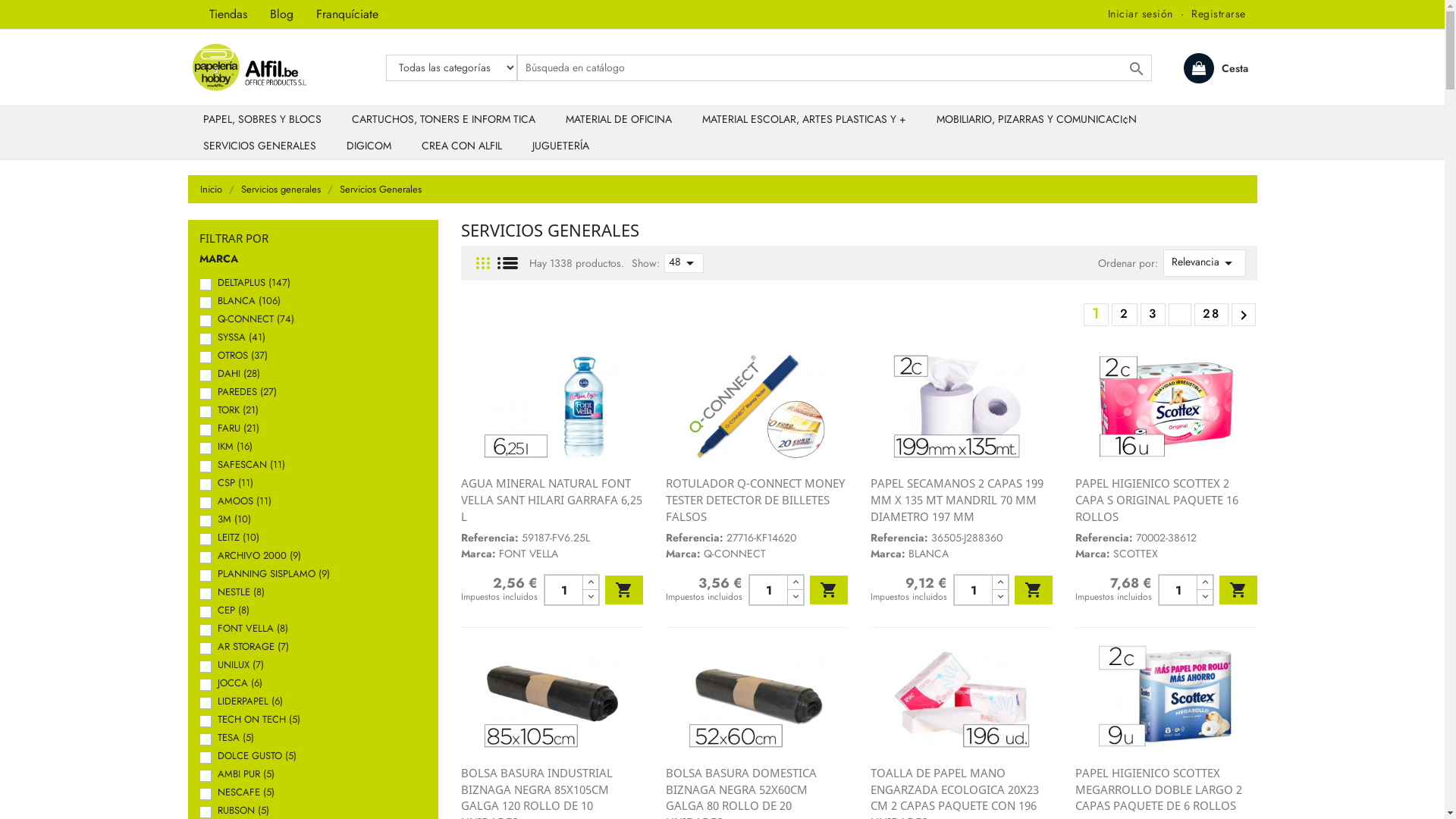 The width and height of the screenshot is (1456, 819). I want to click on 'Servicios generales', so click(282, 188).